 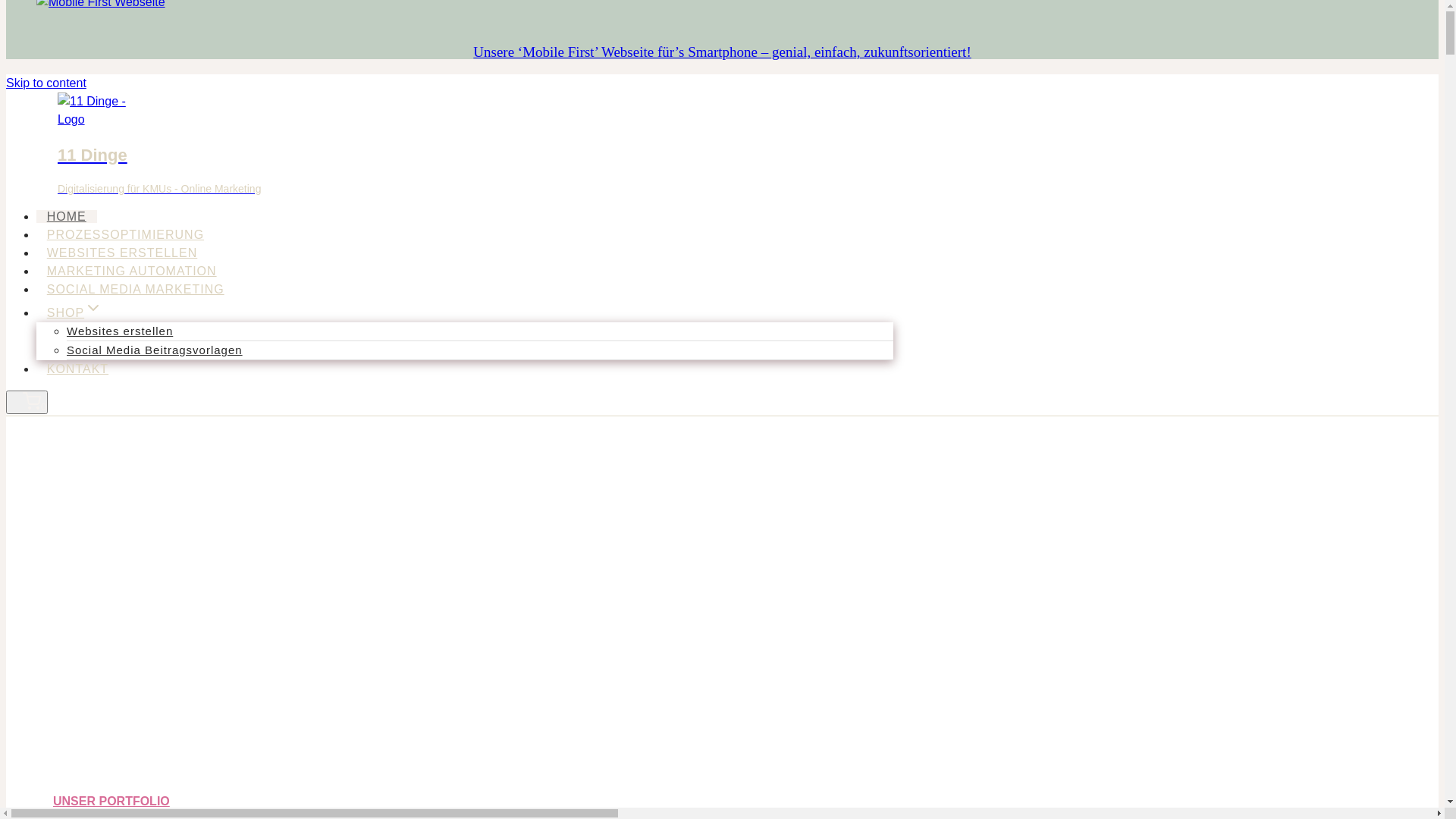 What do you see at coordinates (122, 252) in the screenshot?
I see `'WEBSITES ERSTELLEN'` at bounding box center [122, 252].